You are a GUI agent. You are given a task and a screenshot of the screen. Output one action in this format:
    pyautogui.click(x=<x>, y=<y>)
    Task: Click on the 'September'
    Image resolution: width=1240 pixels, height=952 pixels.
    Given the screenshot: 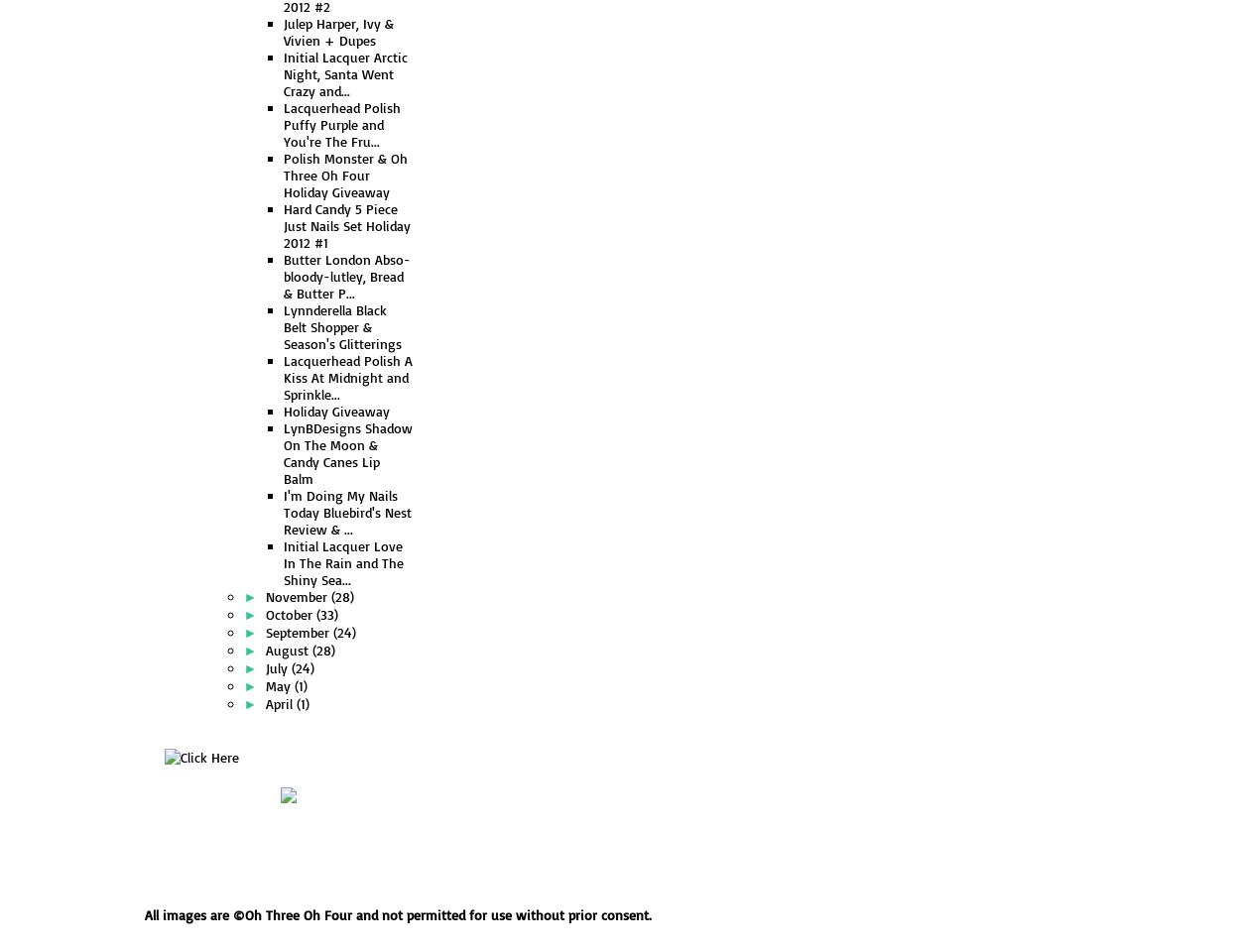 What is the action you would take?
    pyautogui.click(x=300, y=631)
    